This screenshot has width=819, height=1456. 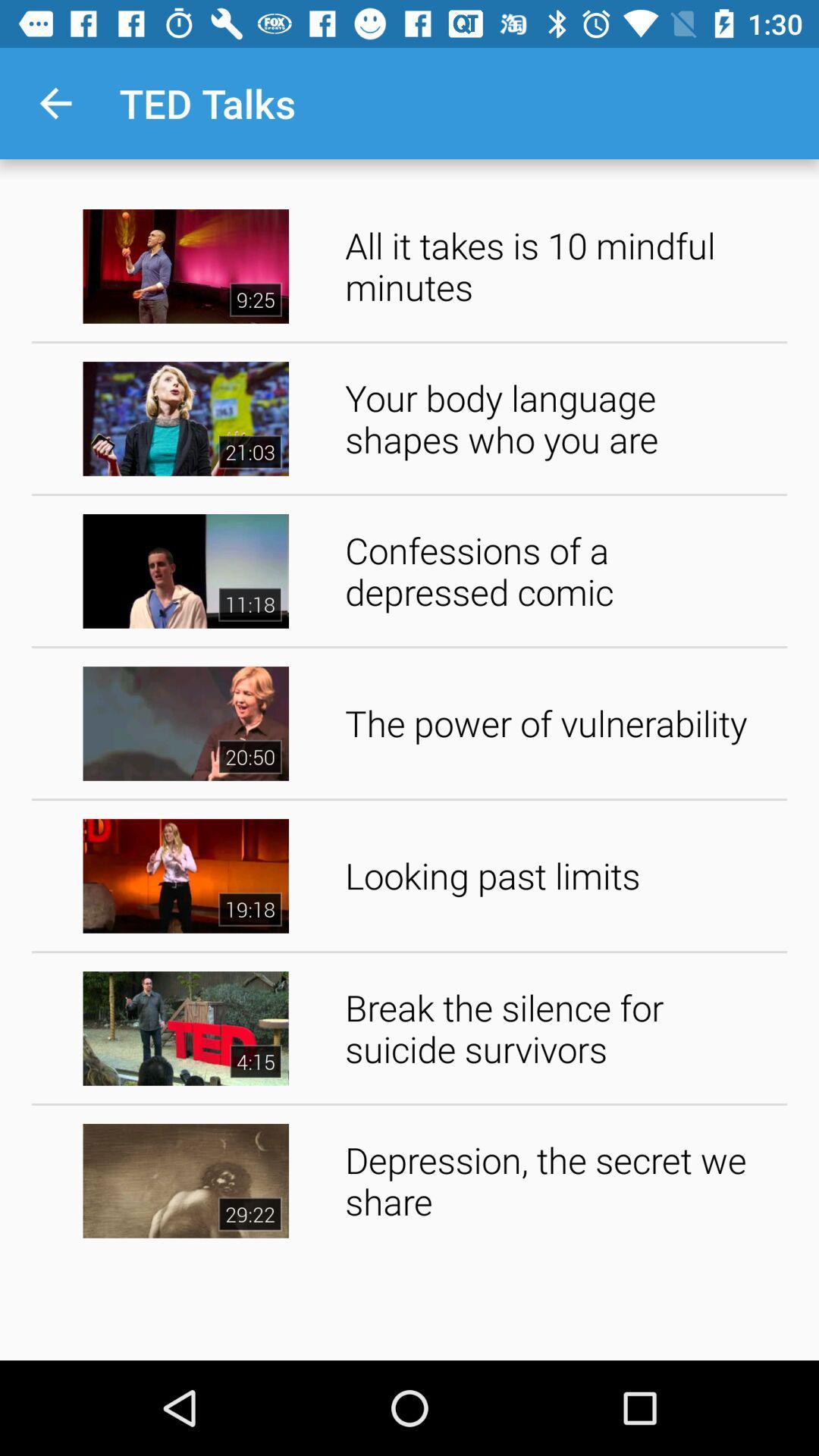 I want to click on the confessions of a app, so click(x=560, y=570).